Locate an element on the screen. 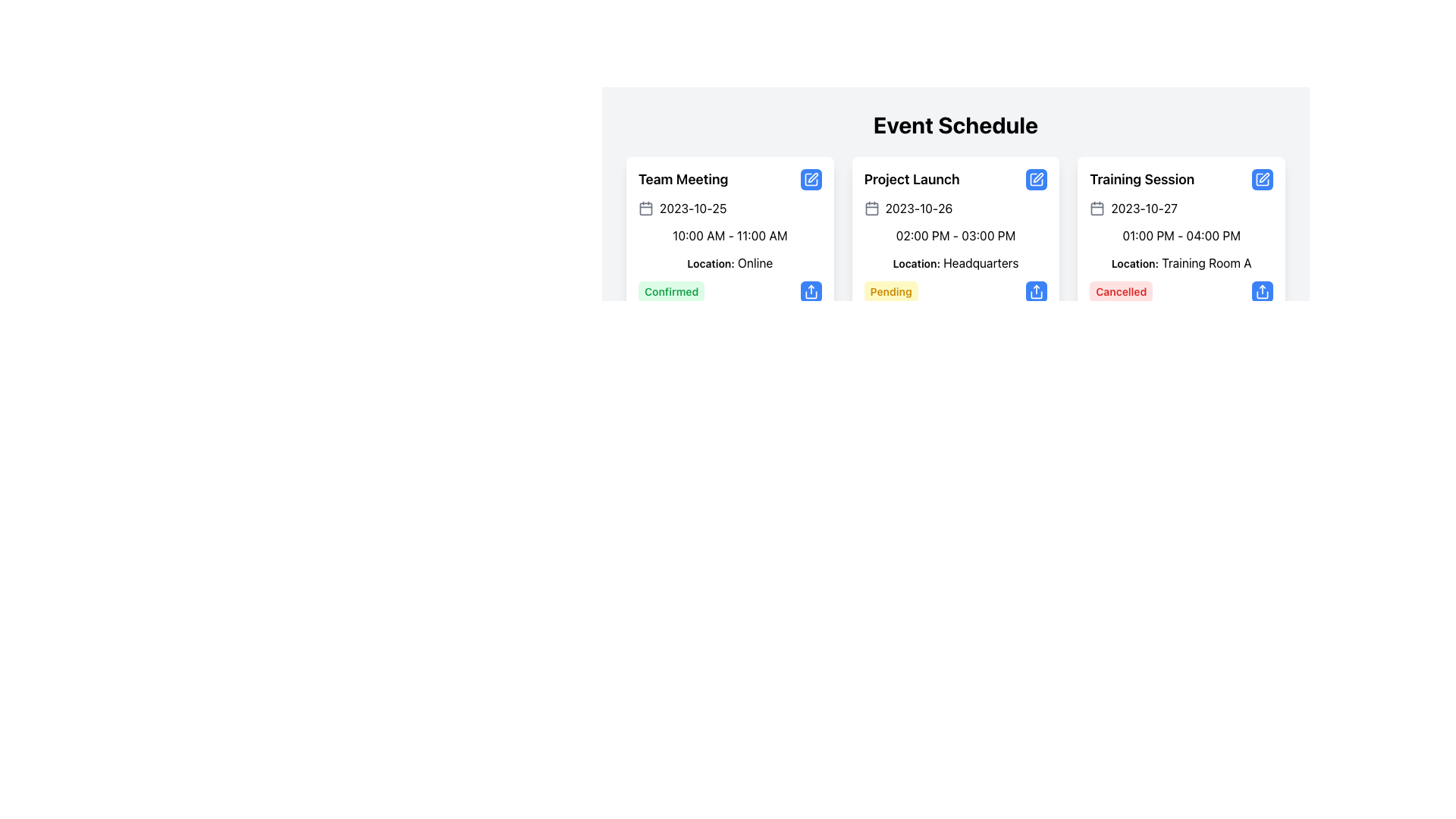  the text label titled 'Project Launch' located at the top of the middle card in a row of three cards is located at coordinates (955, 178).